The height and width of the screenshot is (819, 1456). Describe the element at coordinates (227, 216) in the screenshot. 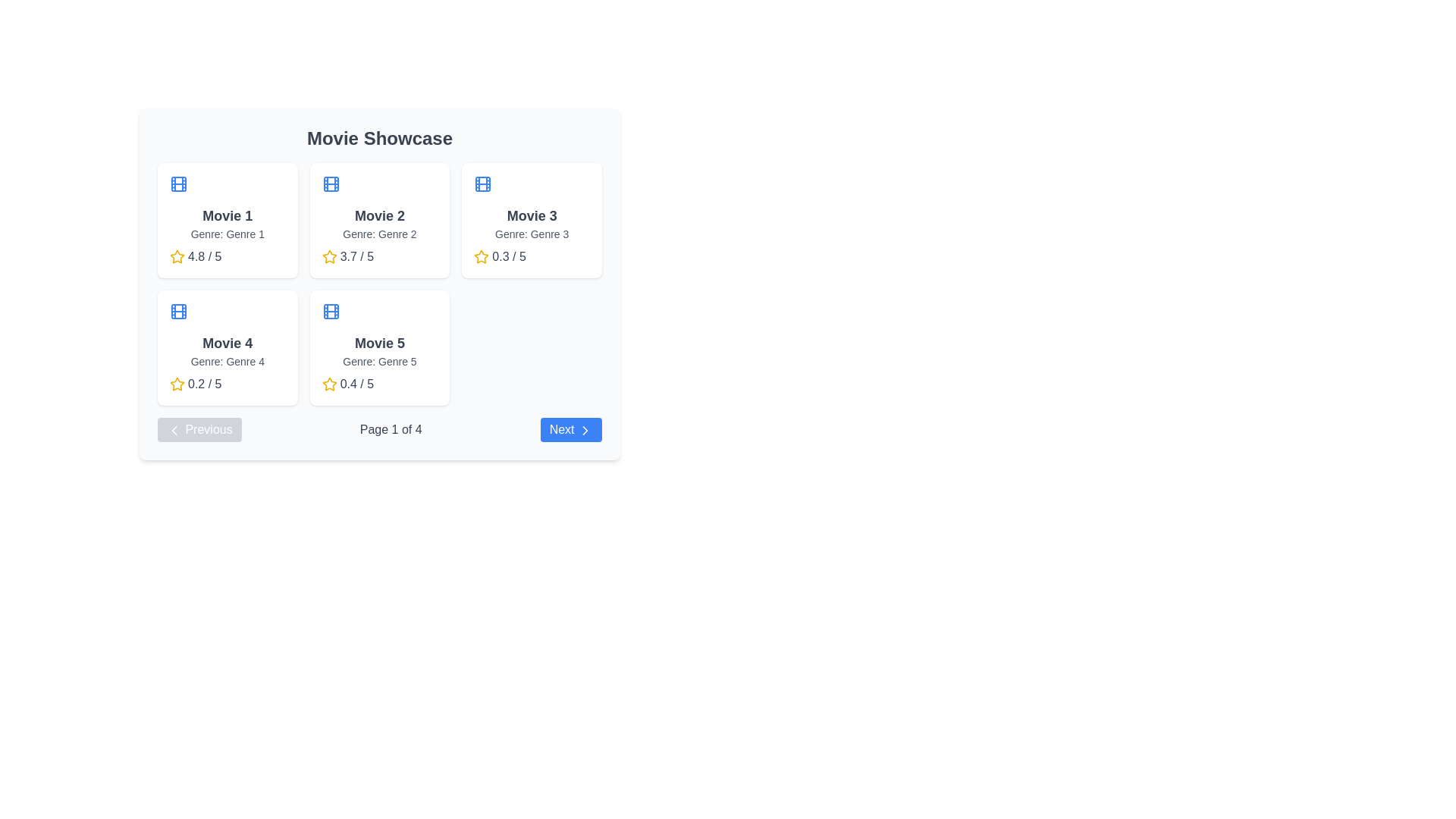

I see `the text label displaying 'Movie 1' which is styled in dark gray, larger font, and bold typeface, located in the upper-left card of the grid layout` at that location.